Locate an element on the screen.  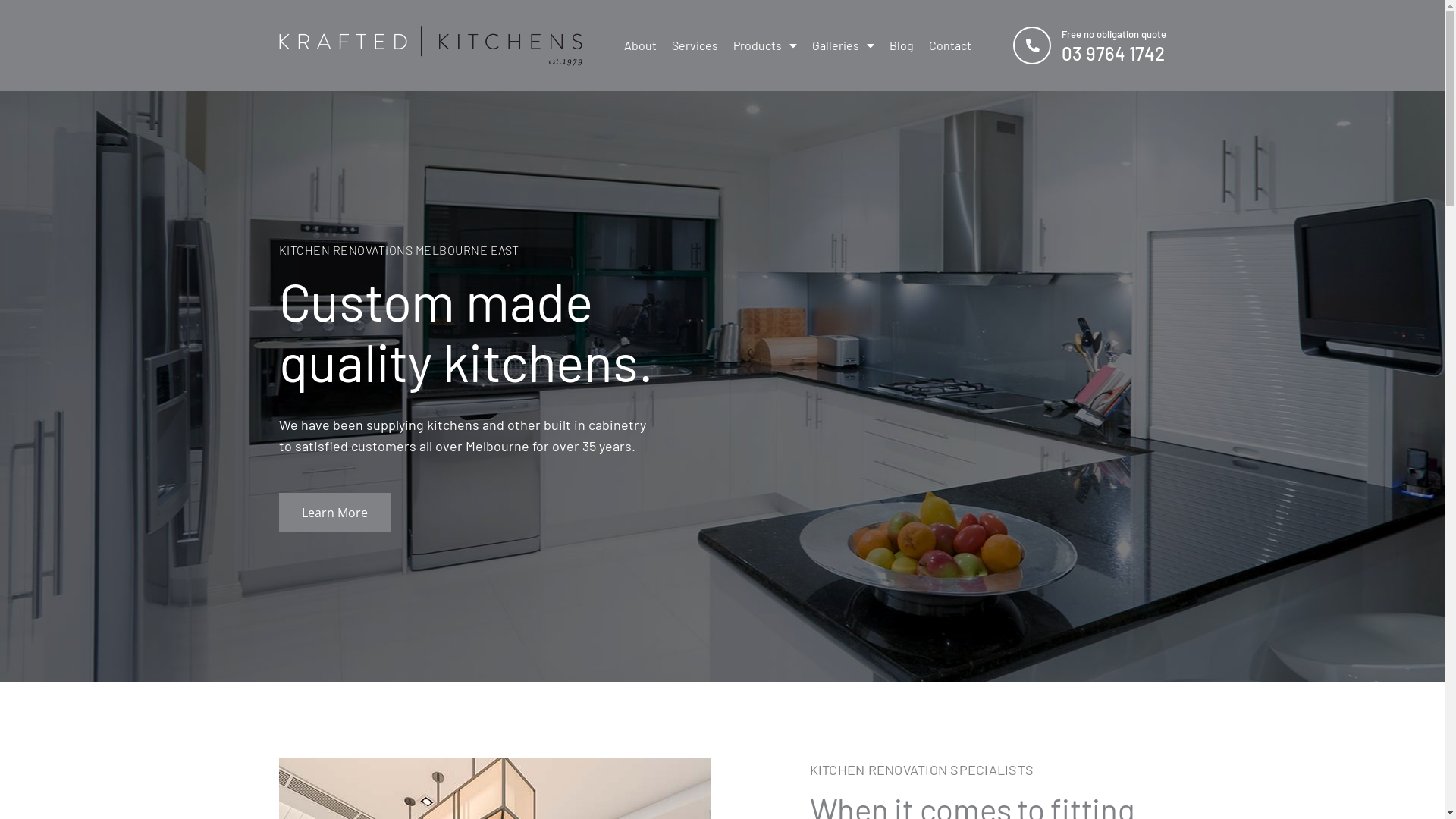
'03 9764 1742' is located at coordinates (1113, 52).